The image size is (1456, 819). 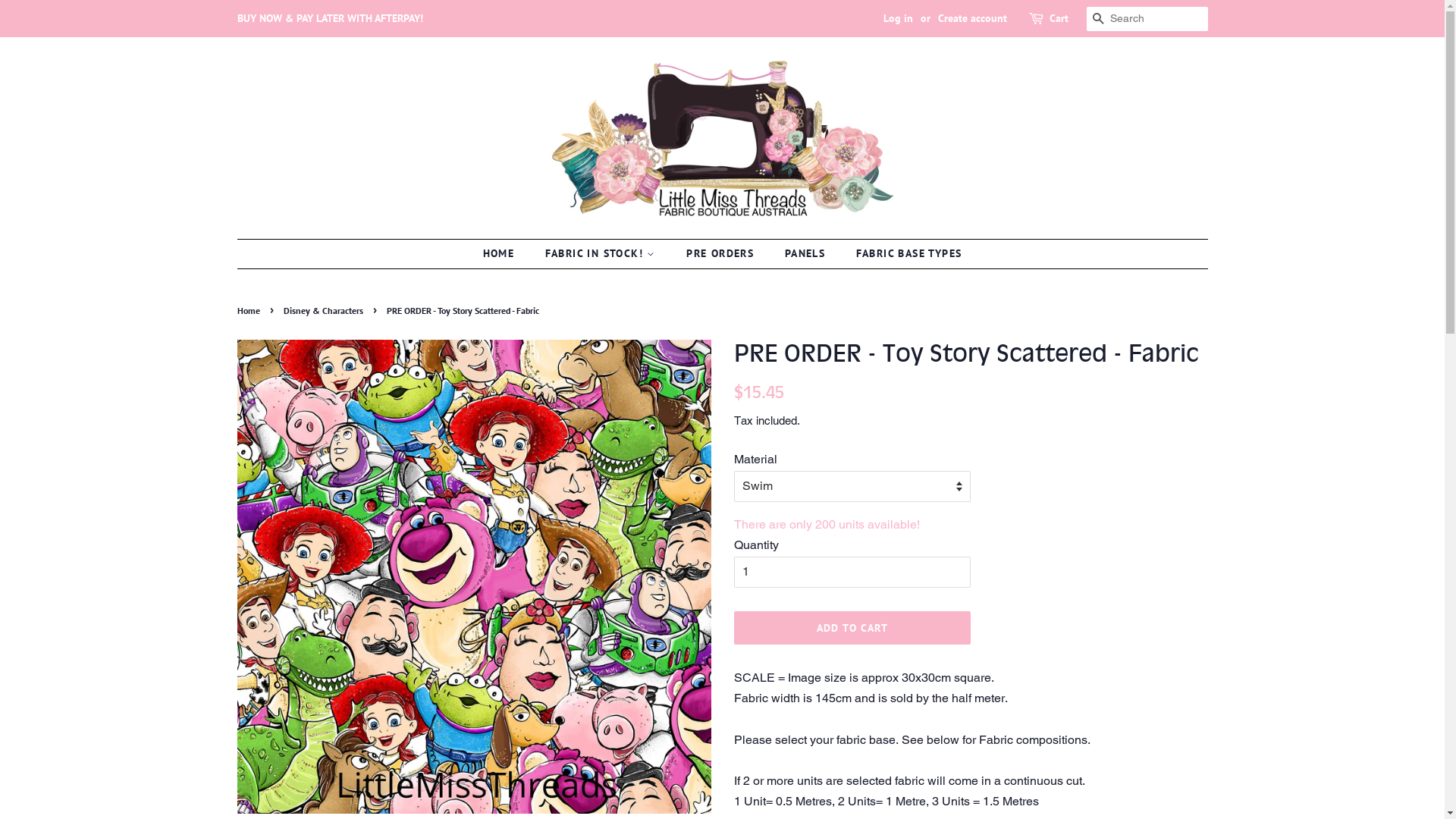 What do you see at coordinates (971, 17) in the screenshot?
I see `'Create account'` at bounding box center [971, 17].